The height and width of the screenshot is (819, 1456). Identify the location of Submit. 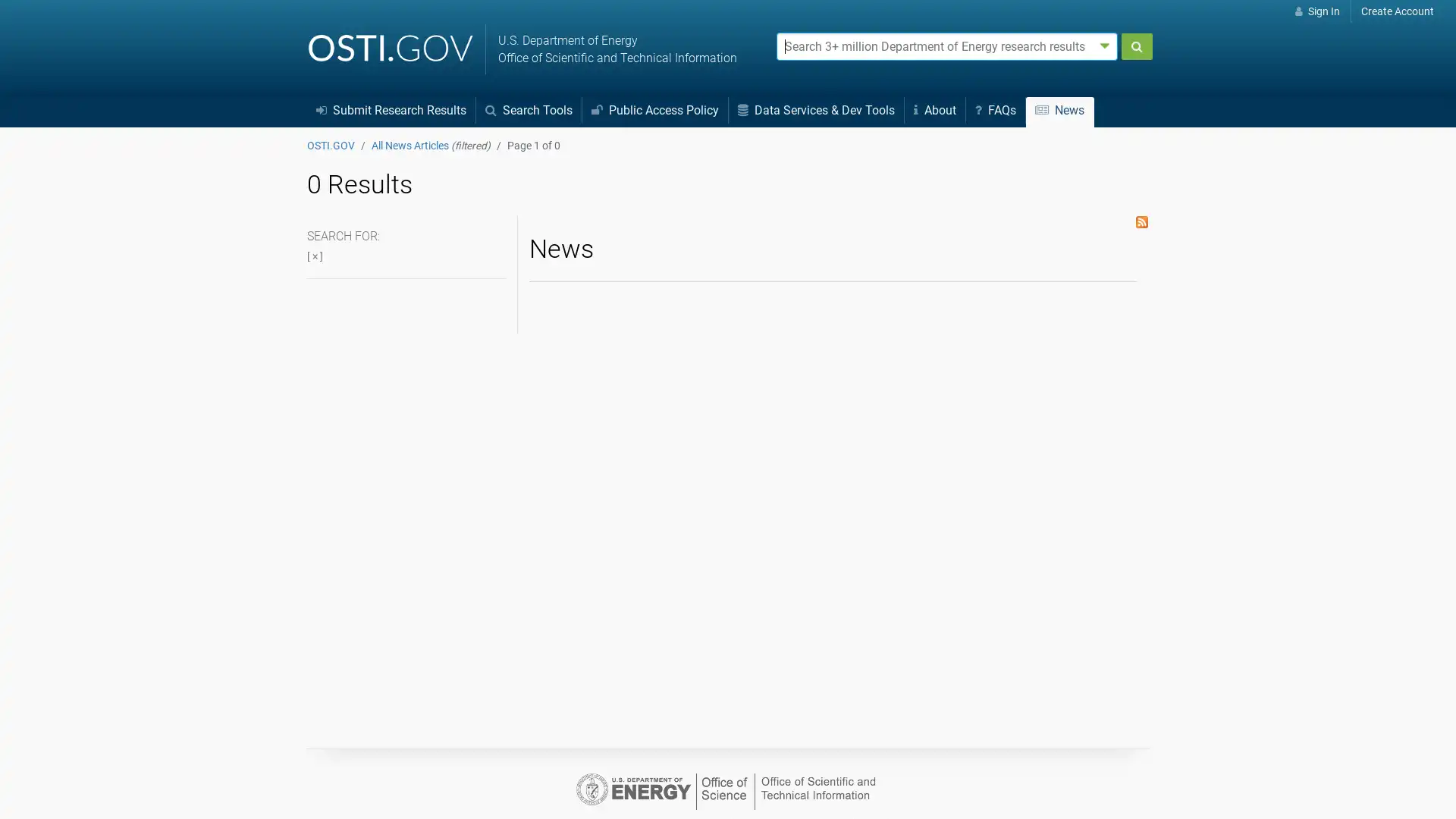
(1136, 45).